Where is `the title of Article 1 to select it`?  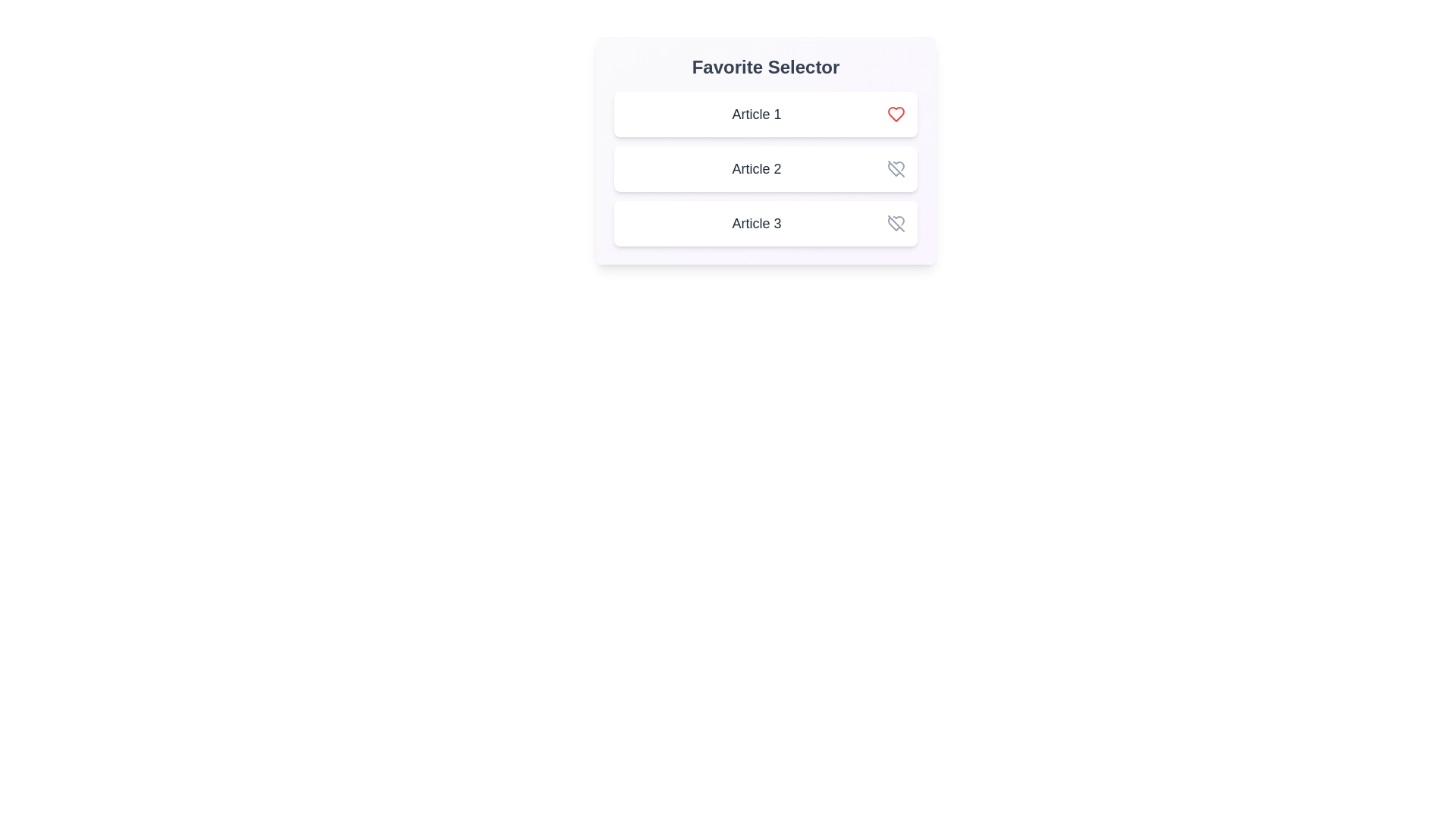
the title of Article 1 to select it is located at coordinates (757, 113).